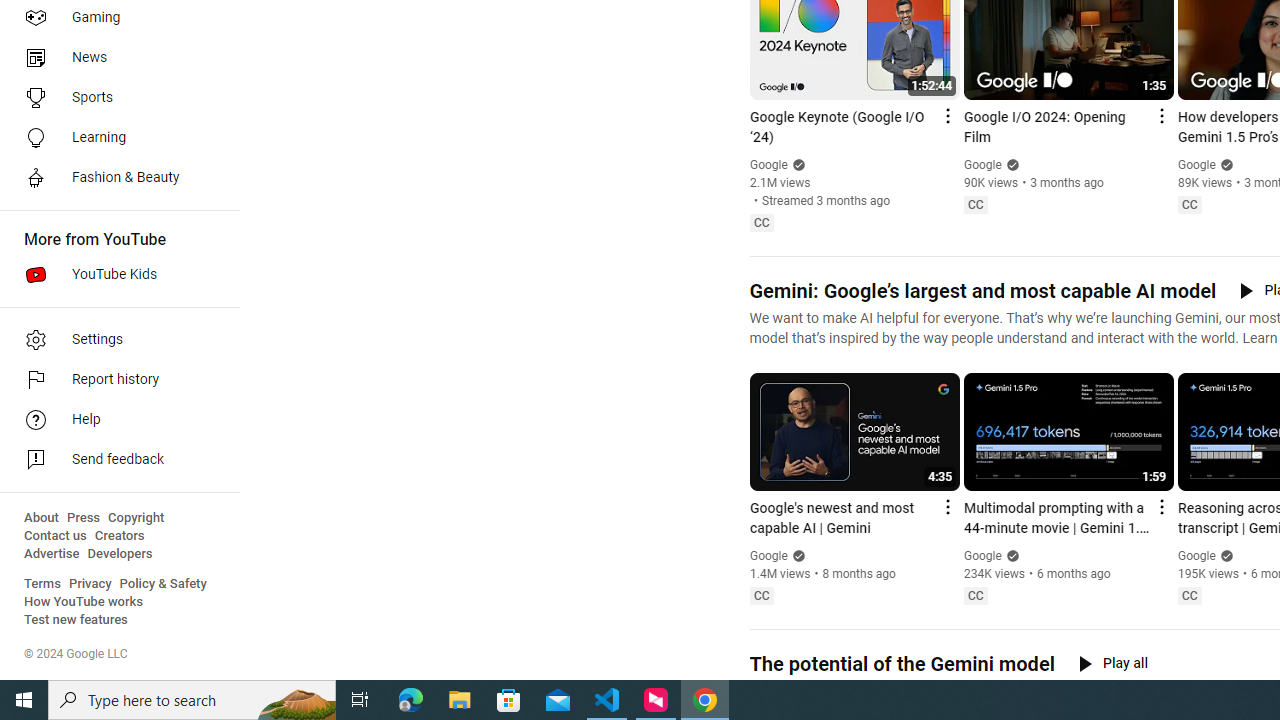 The height and width of the screenshot is (720, 1280). I want to click on 'Policy & Safety', so click(163, 584).